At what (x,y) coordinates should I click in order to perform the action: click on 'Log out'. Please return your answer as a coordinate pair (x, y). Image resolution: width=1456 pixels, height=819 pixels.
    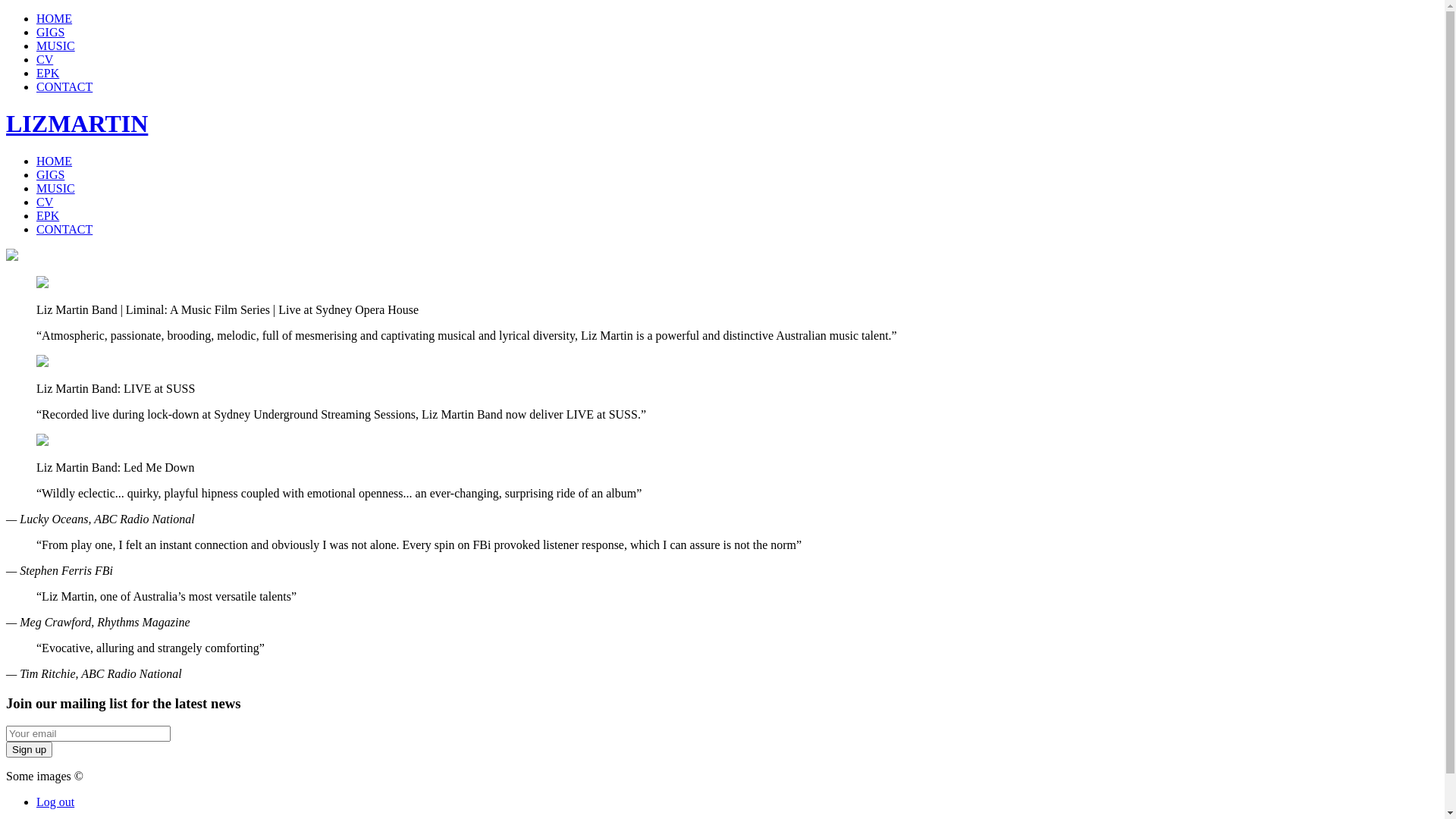
    Looking at the image, I should click on (36, 801).